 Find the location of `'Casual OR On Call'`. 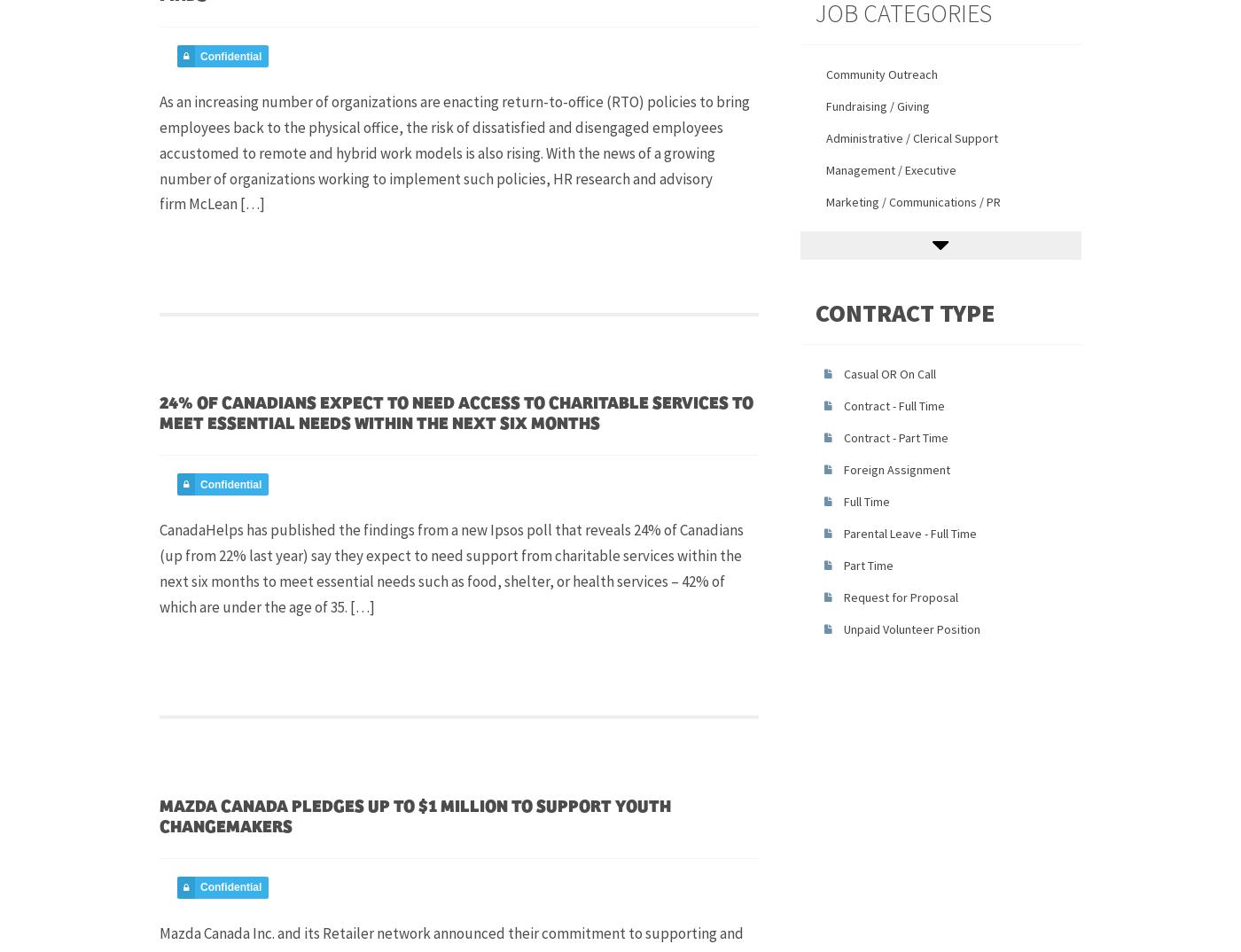

'Casual OR On Call' is located at coordinates (888, 373).